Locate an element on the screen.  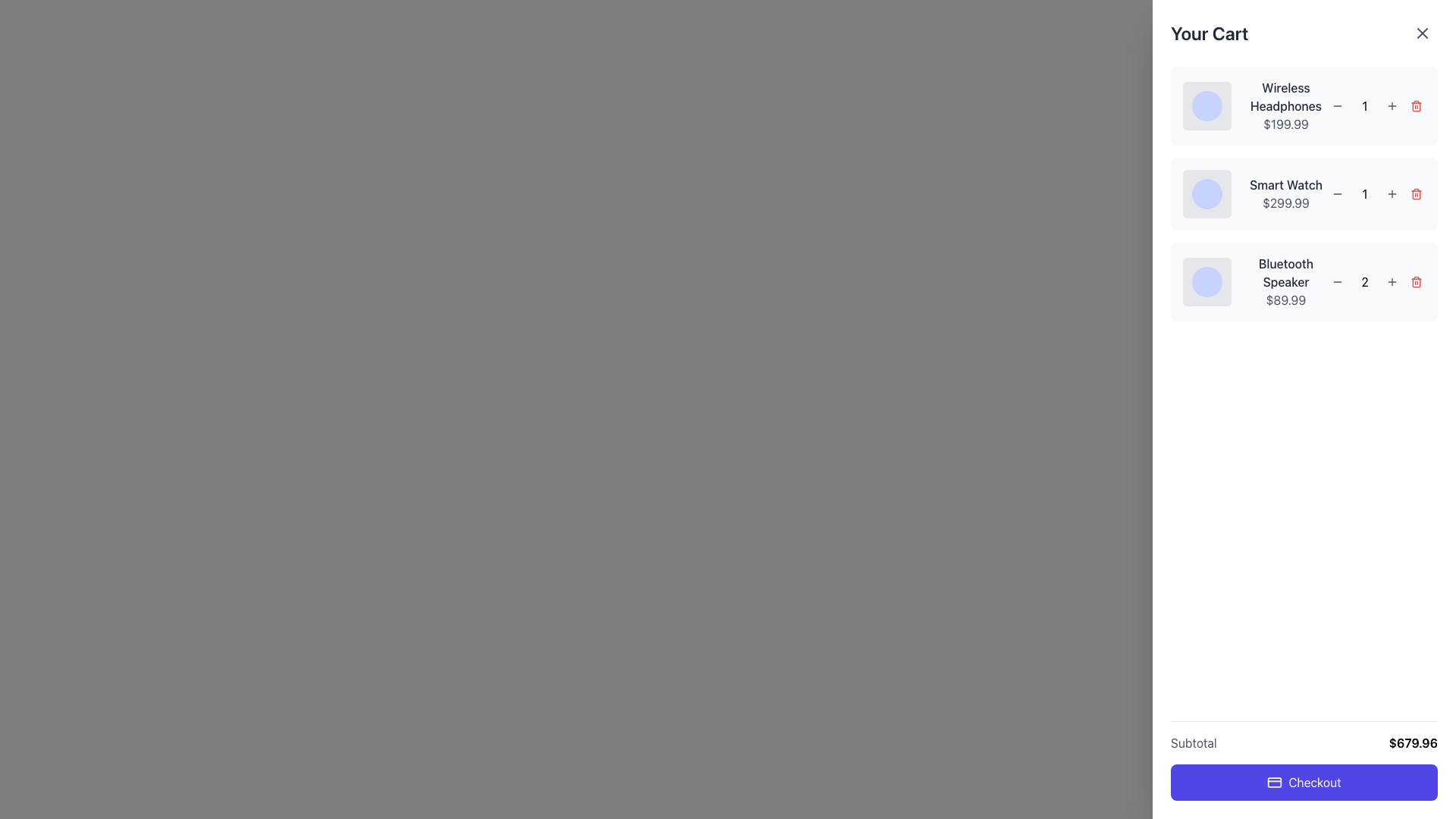
the circular '-' button in the 'Your Cart' section to decrease the quantity of the 'Bluetooth Speaker' item is located at coordinates (1337, 281).